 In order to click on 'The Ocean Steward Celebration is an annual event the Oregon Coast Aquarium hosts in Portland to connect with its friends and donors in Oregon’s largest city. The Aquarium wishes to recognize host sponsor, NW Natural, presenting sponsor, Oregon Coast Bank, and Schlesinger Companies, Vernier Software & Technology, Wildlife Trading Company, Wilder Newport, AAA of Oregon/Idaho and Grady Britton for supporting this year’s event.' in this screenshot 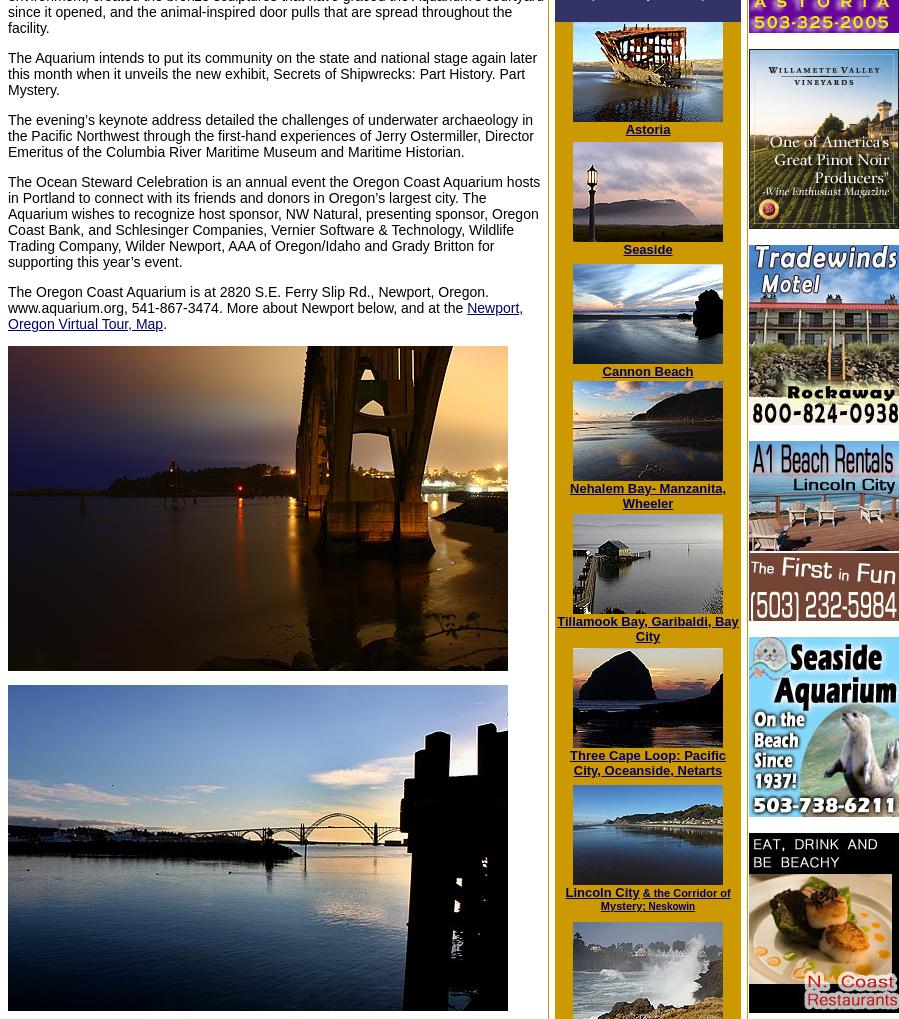, I will do `click(274, 221)`.